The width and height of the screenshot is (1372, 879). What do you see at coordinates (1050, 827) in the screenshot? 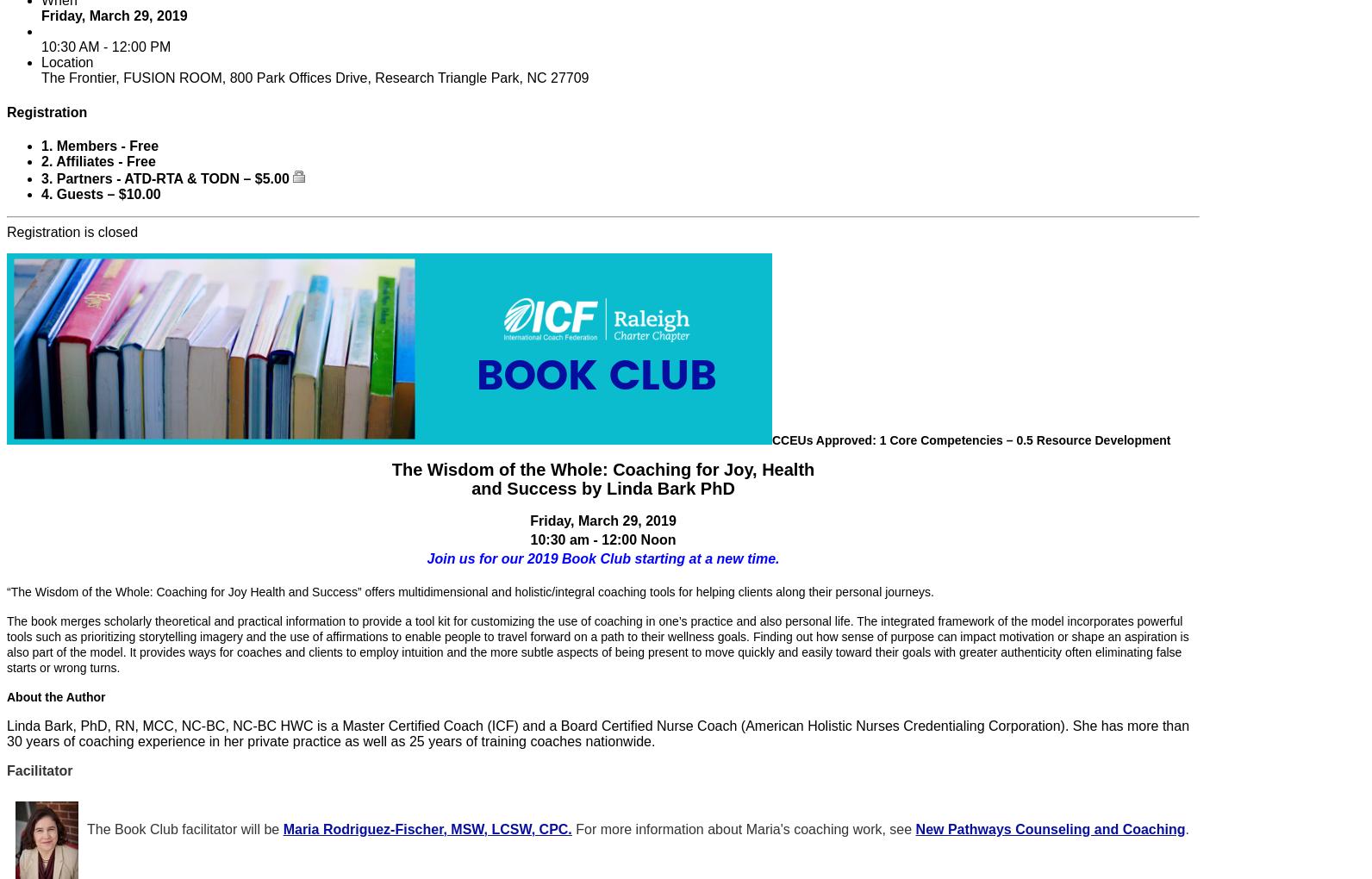
I see `'New Pathways Counseling and Coaching'` at bounding box center [1050, 827].